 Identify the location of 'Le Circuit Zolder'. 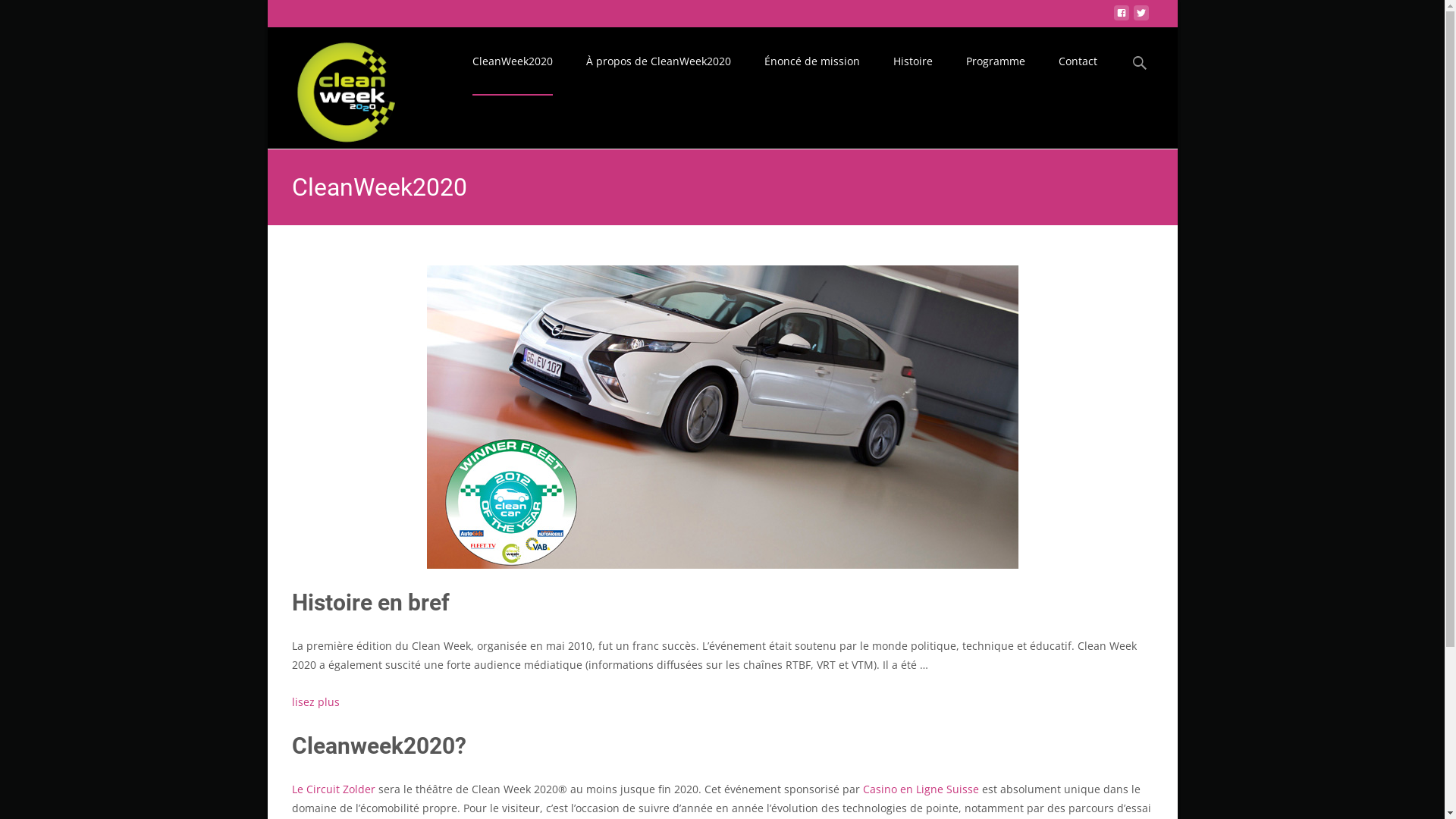
(331, 788).